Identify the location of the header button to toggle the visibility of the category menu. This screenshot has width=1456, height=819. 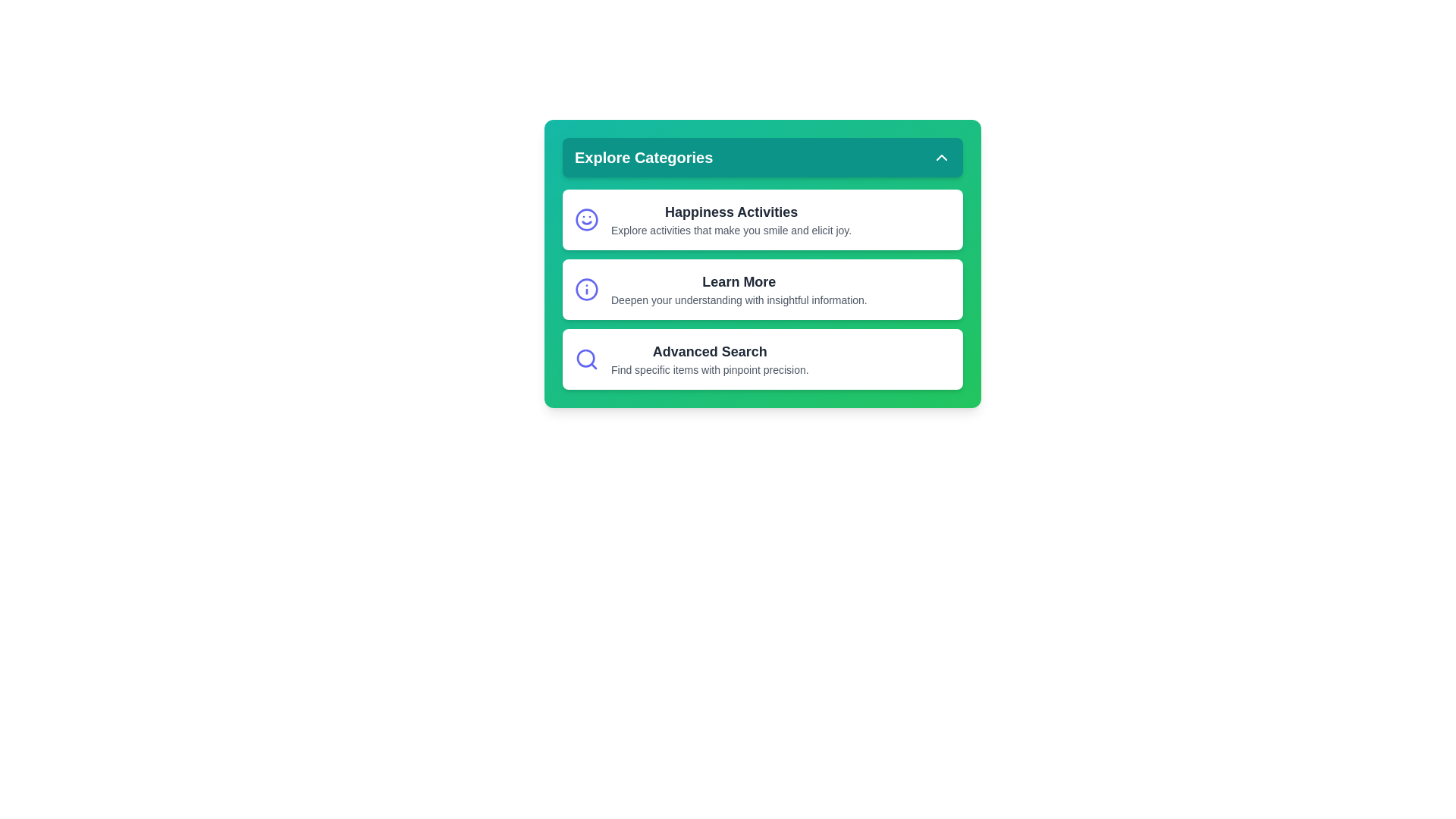
(763, 158).